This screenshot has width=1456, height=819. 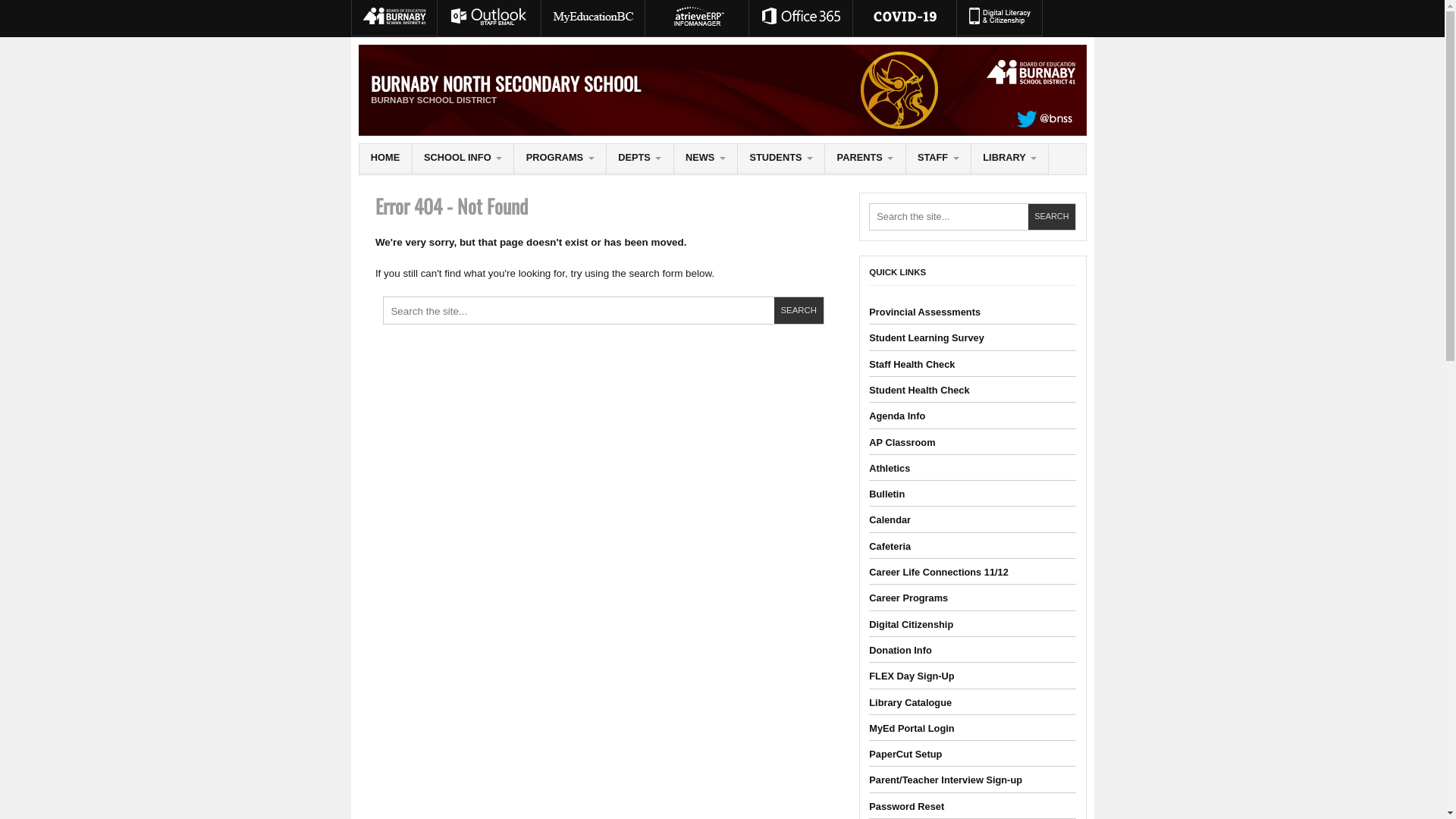 What do you see at coordinates (910, 675) in the screenshot?
I see `'FLEX Day Sign-Up'` at bounding box center [910, 675].